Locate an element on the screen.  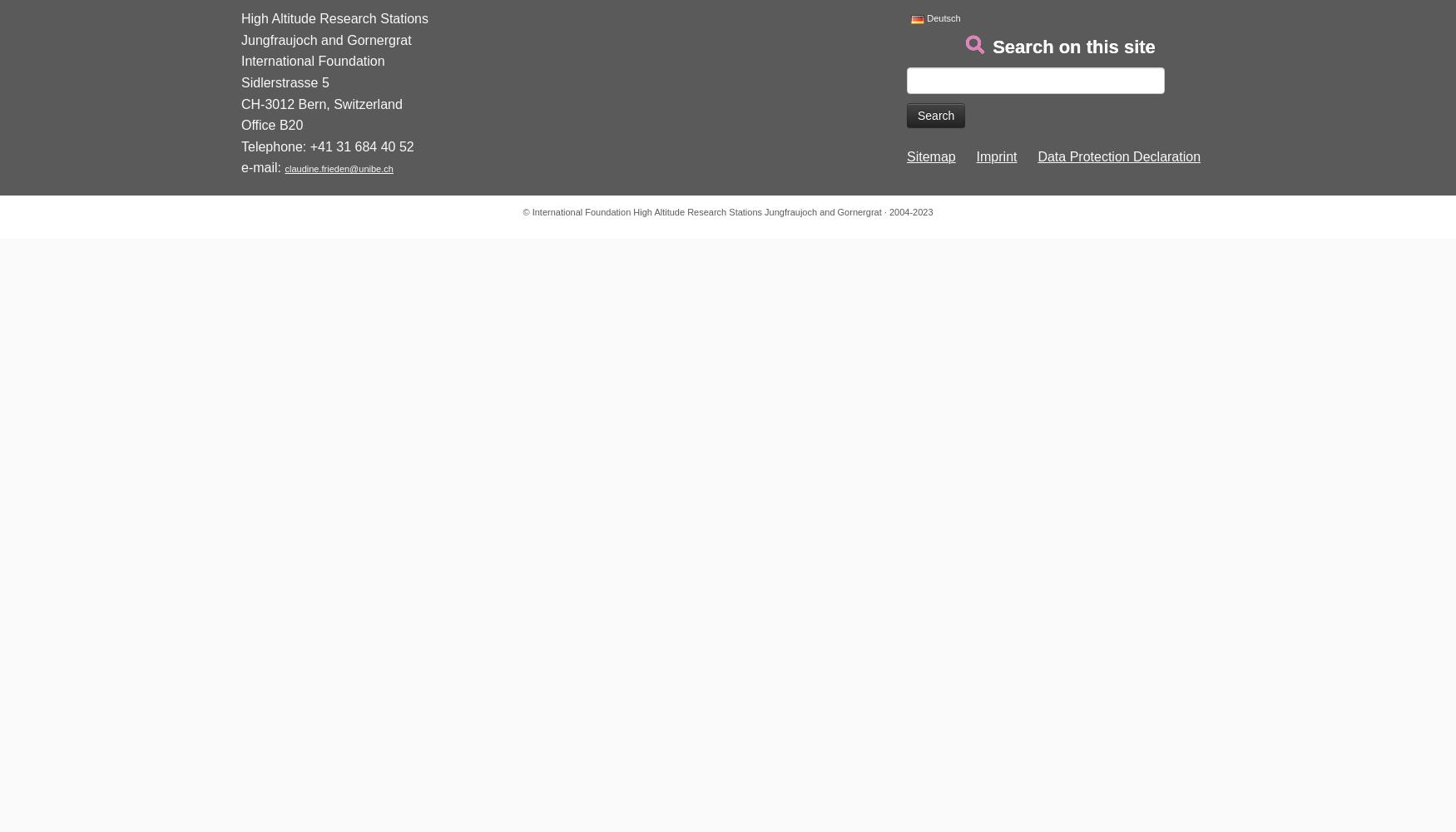
'claudine.frieden@unibe.ch' is located at coordinates (338, 168).